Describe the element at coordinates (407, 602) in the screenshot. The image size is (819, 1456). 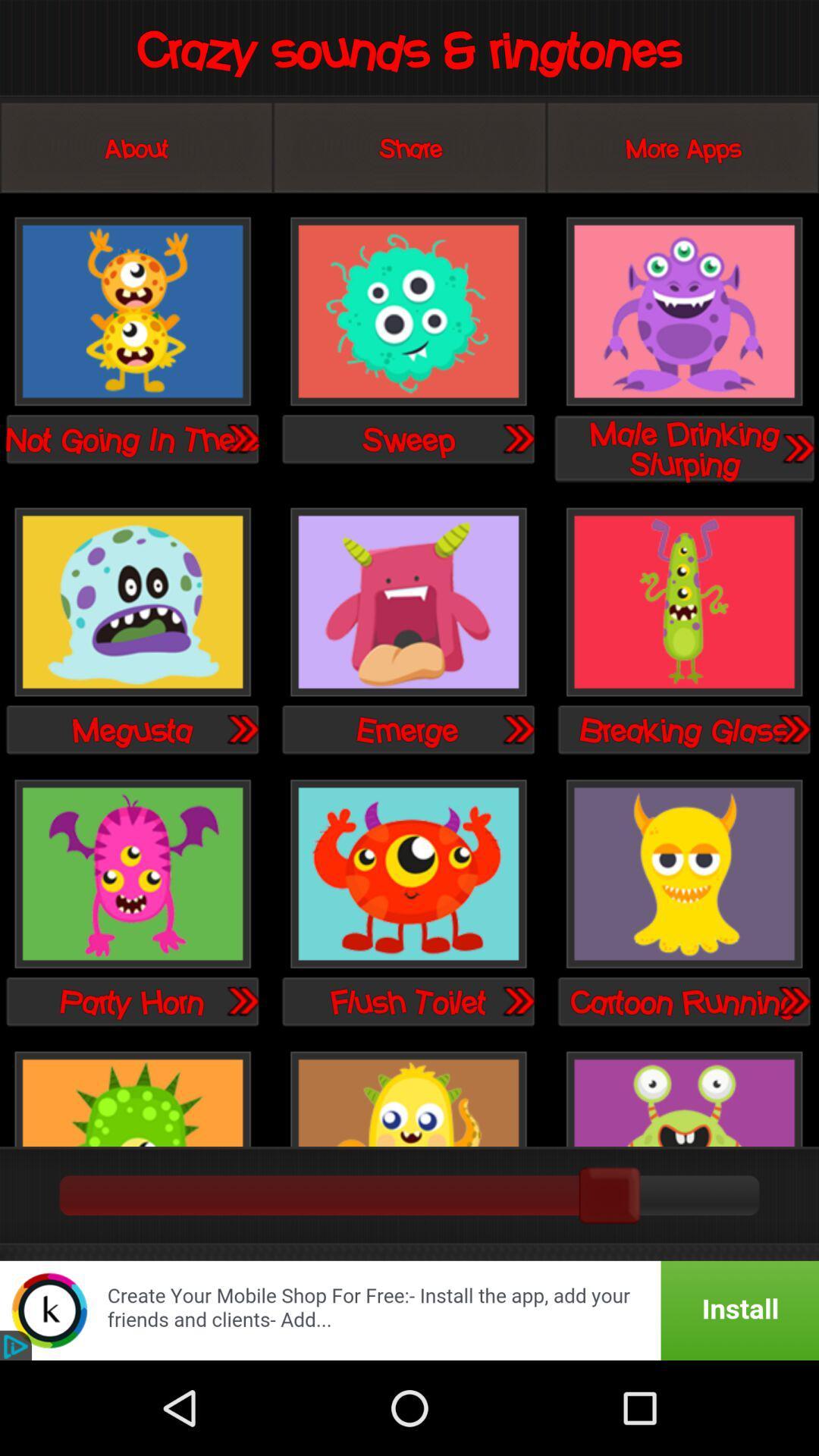
I see `emerge sound` at that location.